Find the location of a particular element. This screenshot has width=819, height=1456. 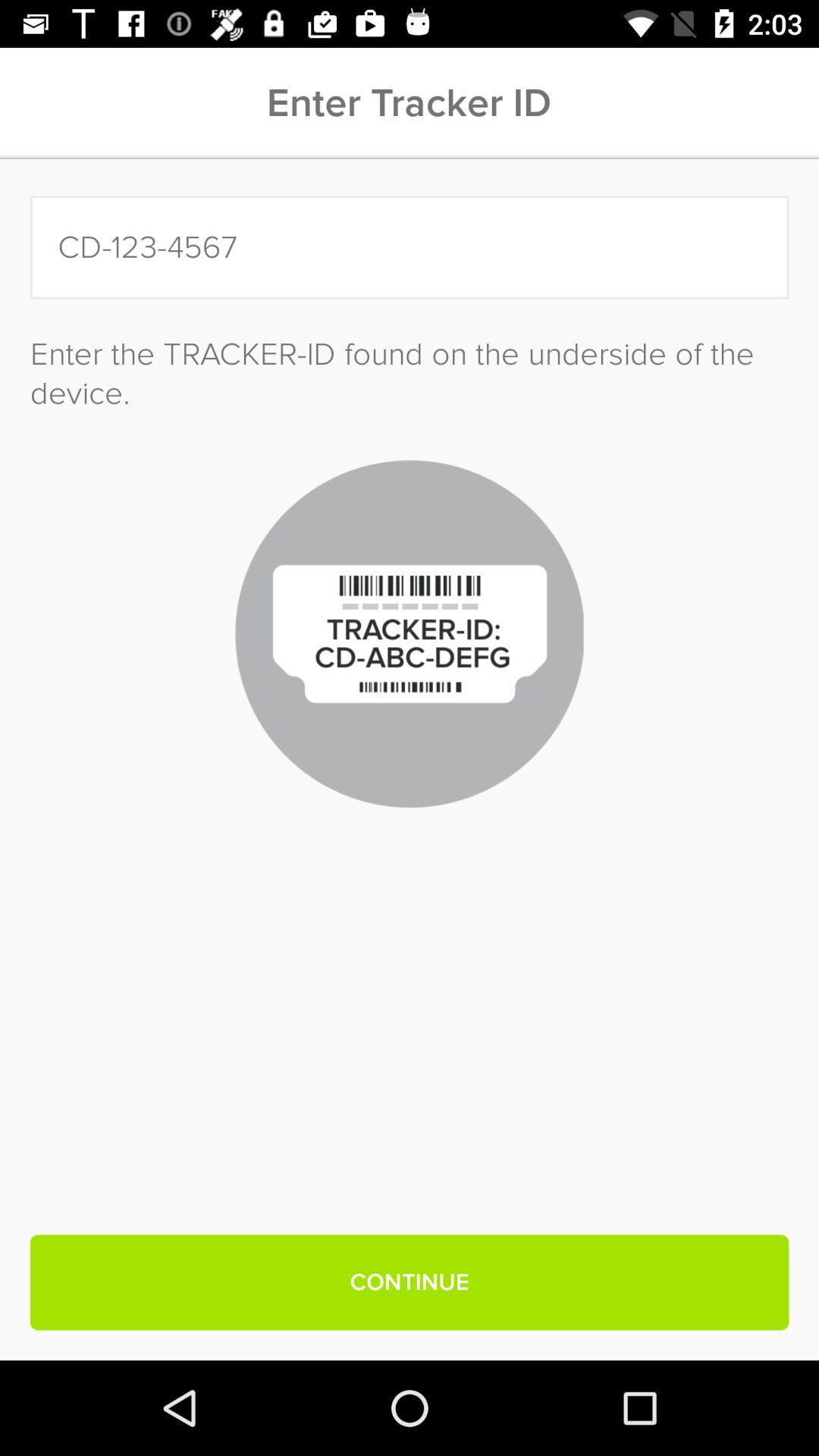

item below the enter tracker id is located at coordinates (409, 247).